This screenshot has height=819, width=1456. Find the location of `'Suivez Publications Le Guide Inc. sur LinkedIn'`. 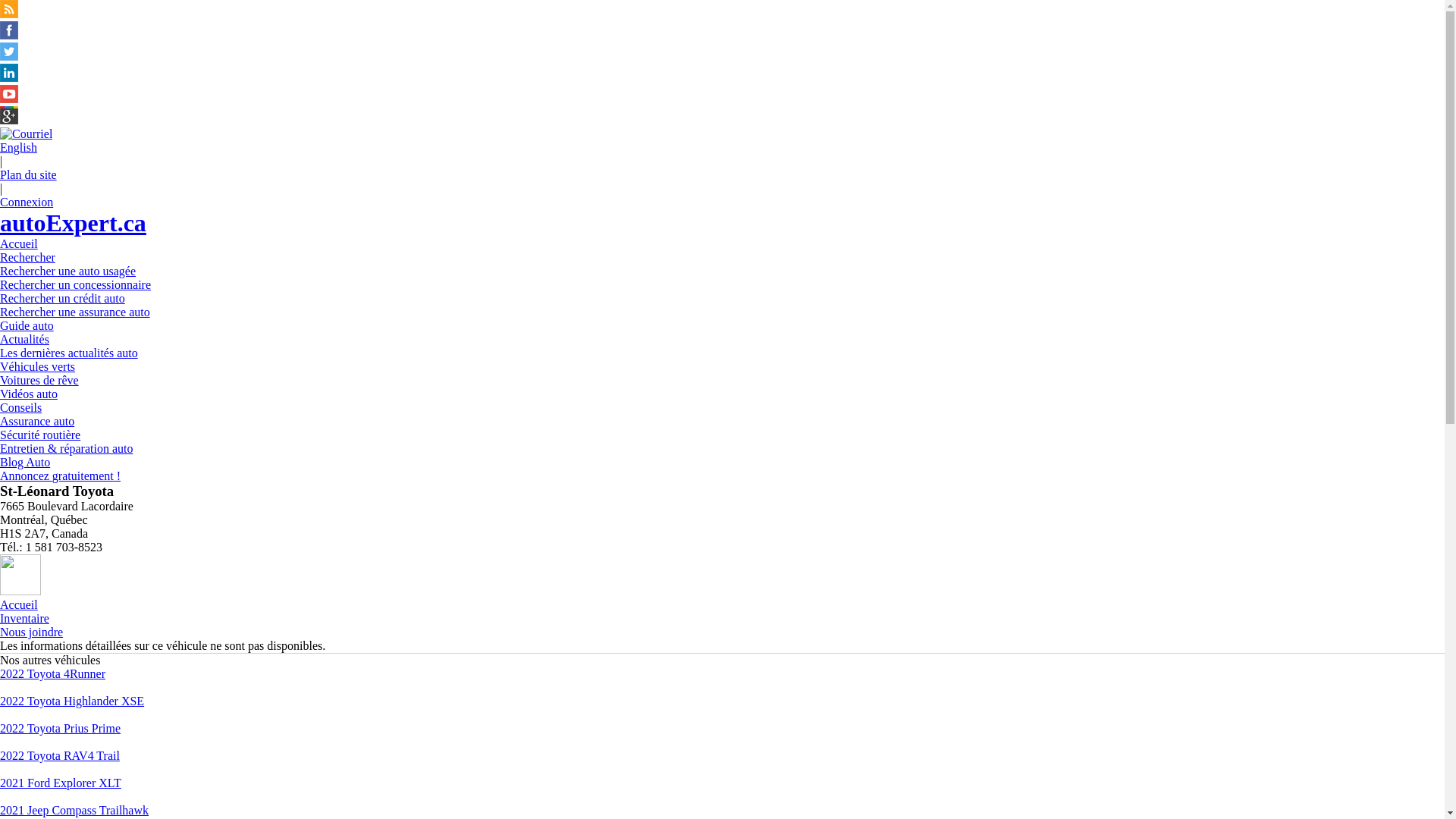

'Suivez Publications Le Guide Inc. sur LinkedIn' is located at coordinates (0, 77).